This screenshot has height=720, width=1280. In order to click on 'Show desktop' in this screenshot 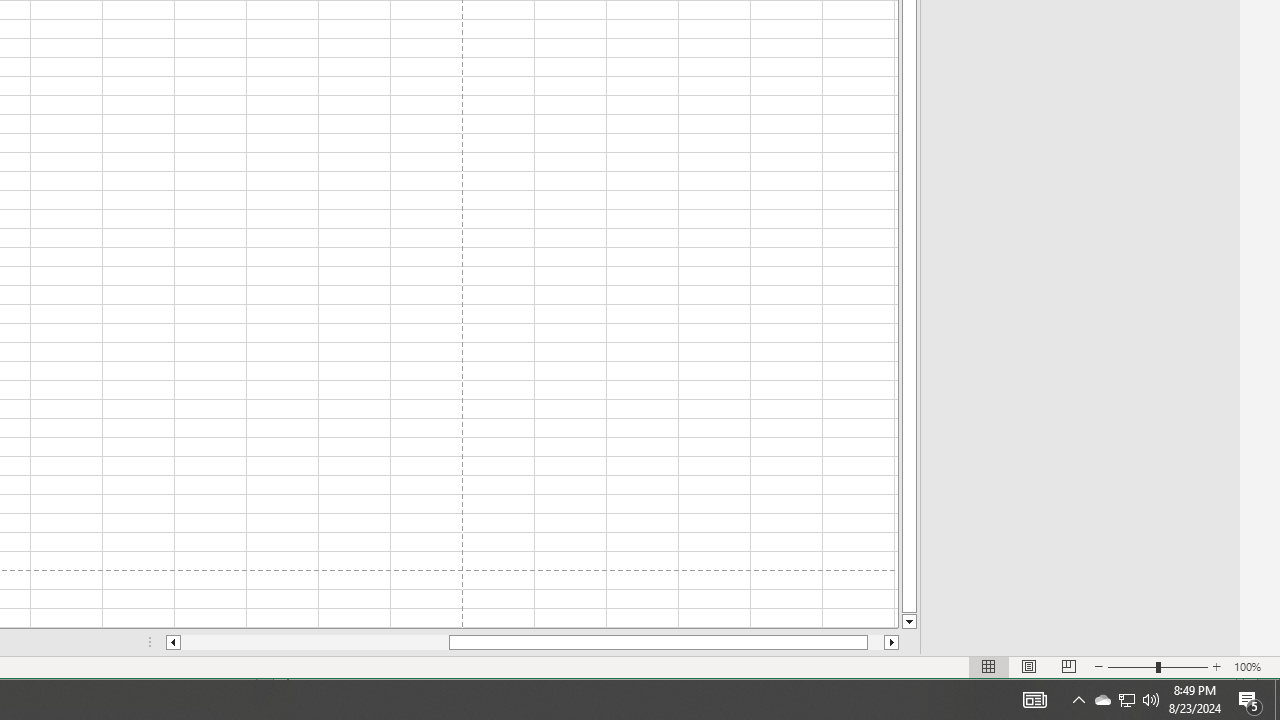, I will do `click(1276, 698)`.